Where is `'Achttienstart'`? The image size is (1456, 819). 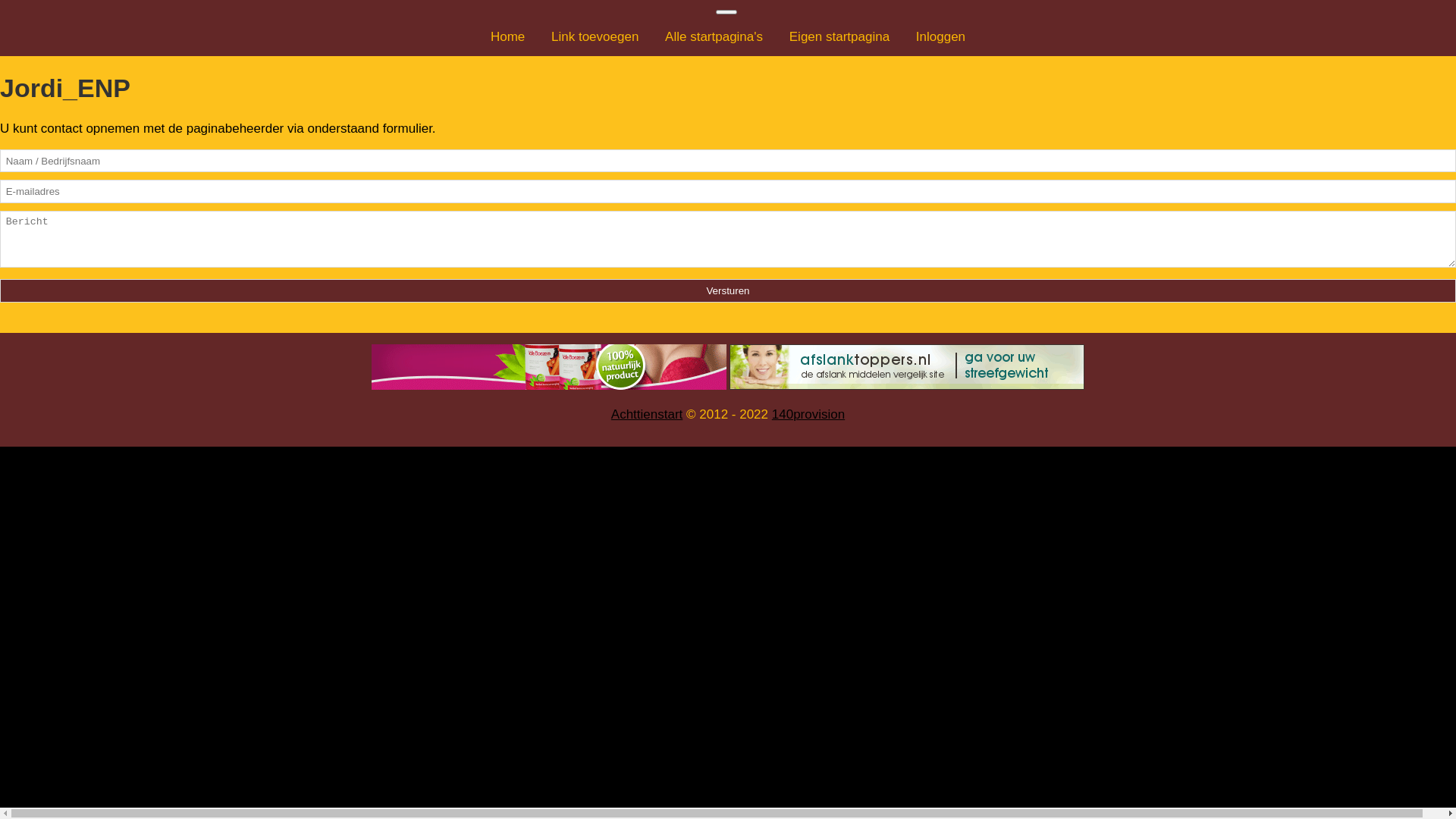
'Achttienstart' is located at coordinates (611, 414).